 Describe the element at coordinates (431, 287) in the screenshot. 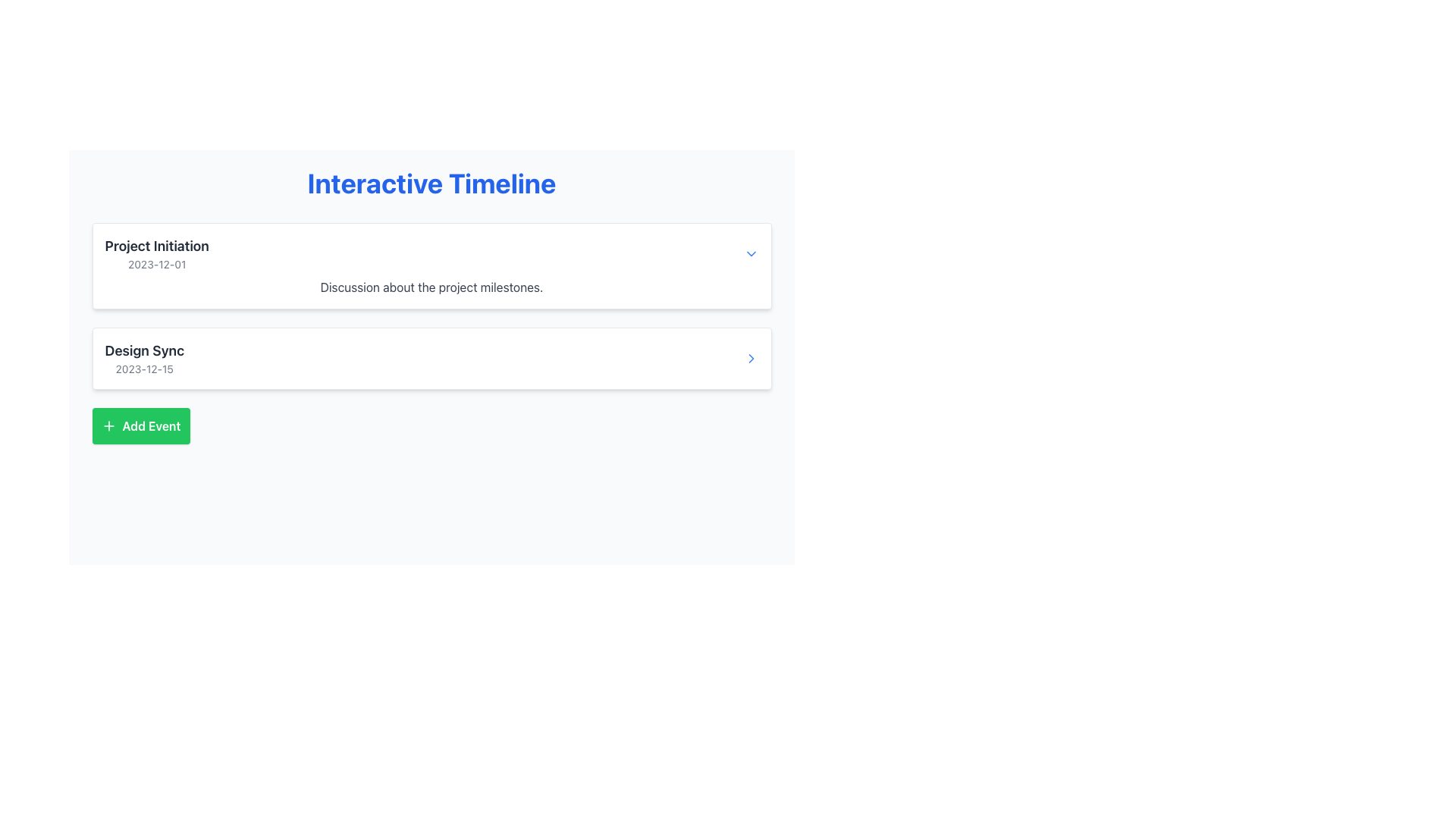

I see `the Text Label displaying 'Discussion about the project milestones.' which is located within the 'Project Initiation 2023-12-01' card interface` at that location.